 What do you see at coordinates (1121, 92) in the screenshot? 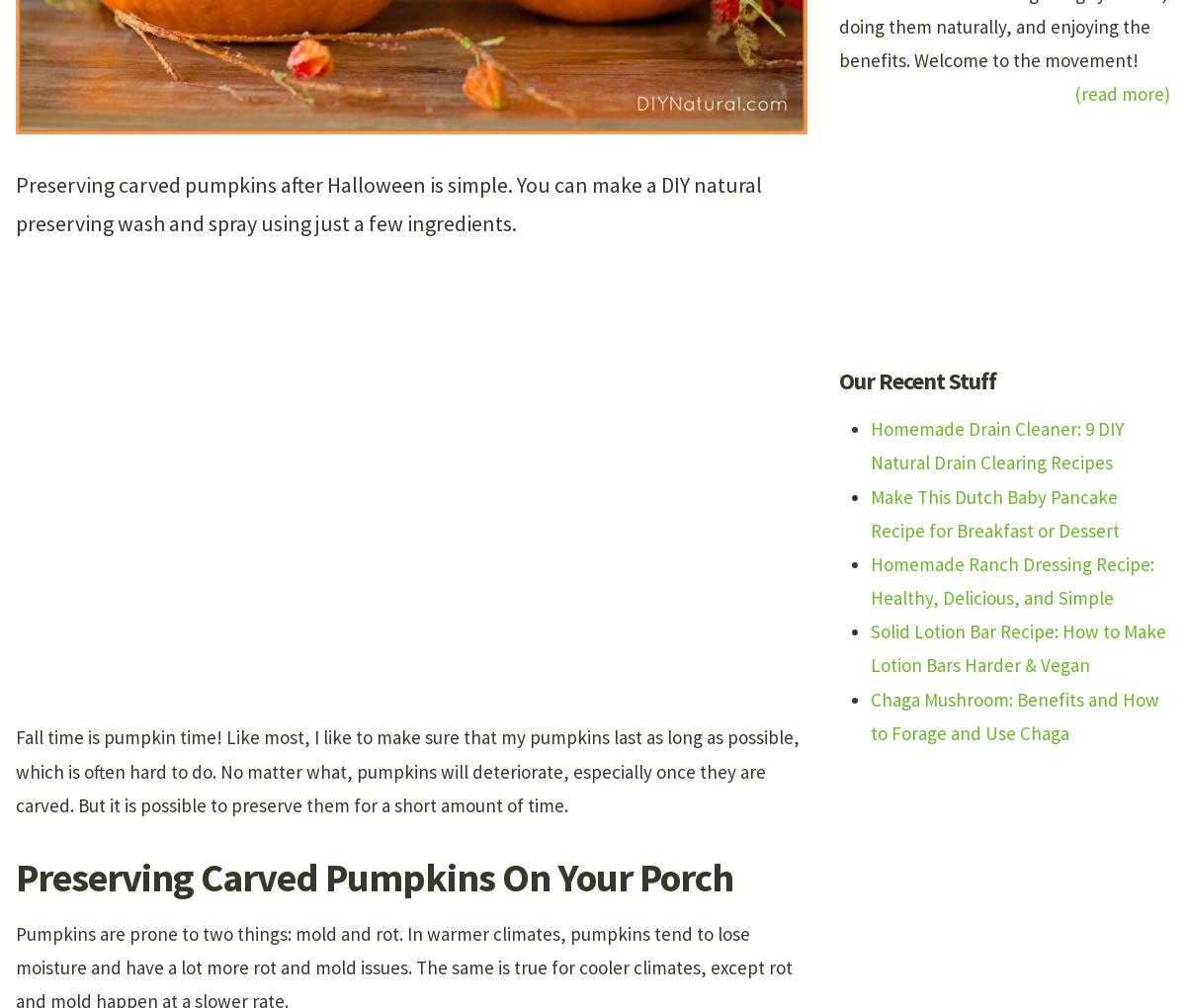
I see `'(read more)'` at bounding box center [1121, 92].